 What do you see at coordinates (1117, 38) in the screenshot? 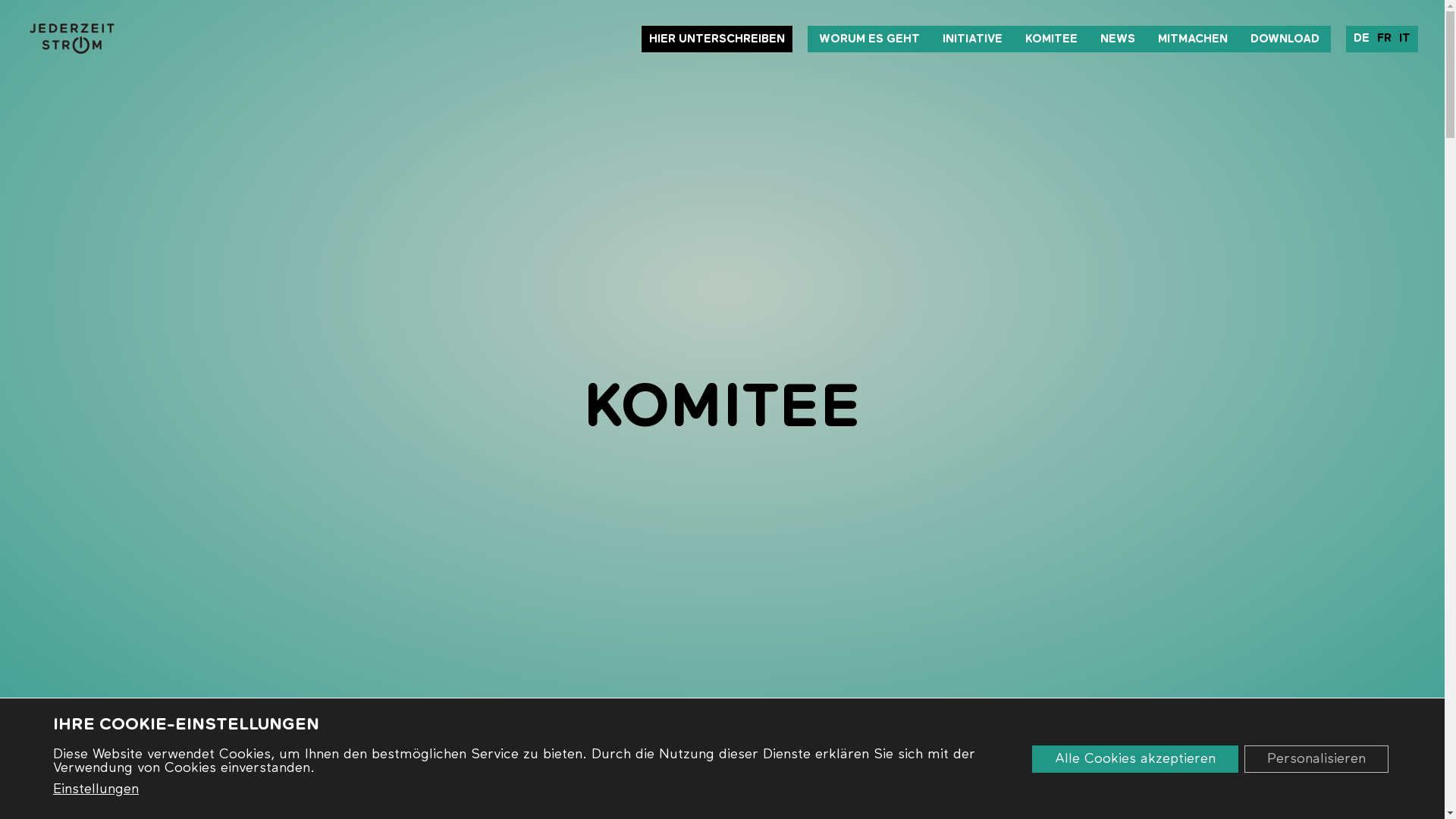
I see `'NEWS'` at bounding box center [1117, 38].